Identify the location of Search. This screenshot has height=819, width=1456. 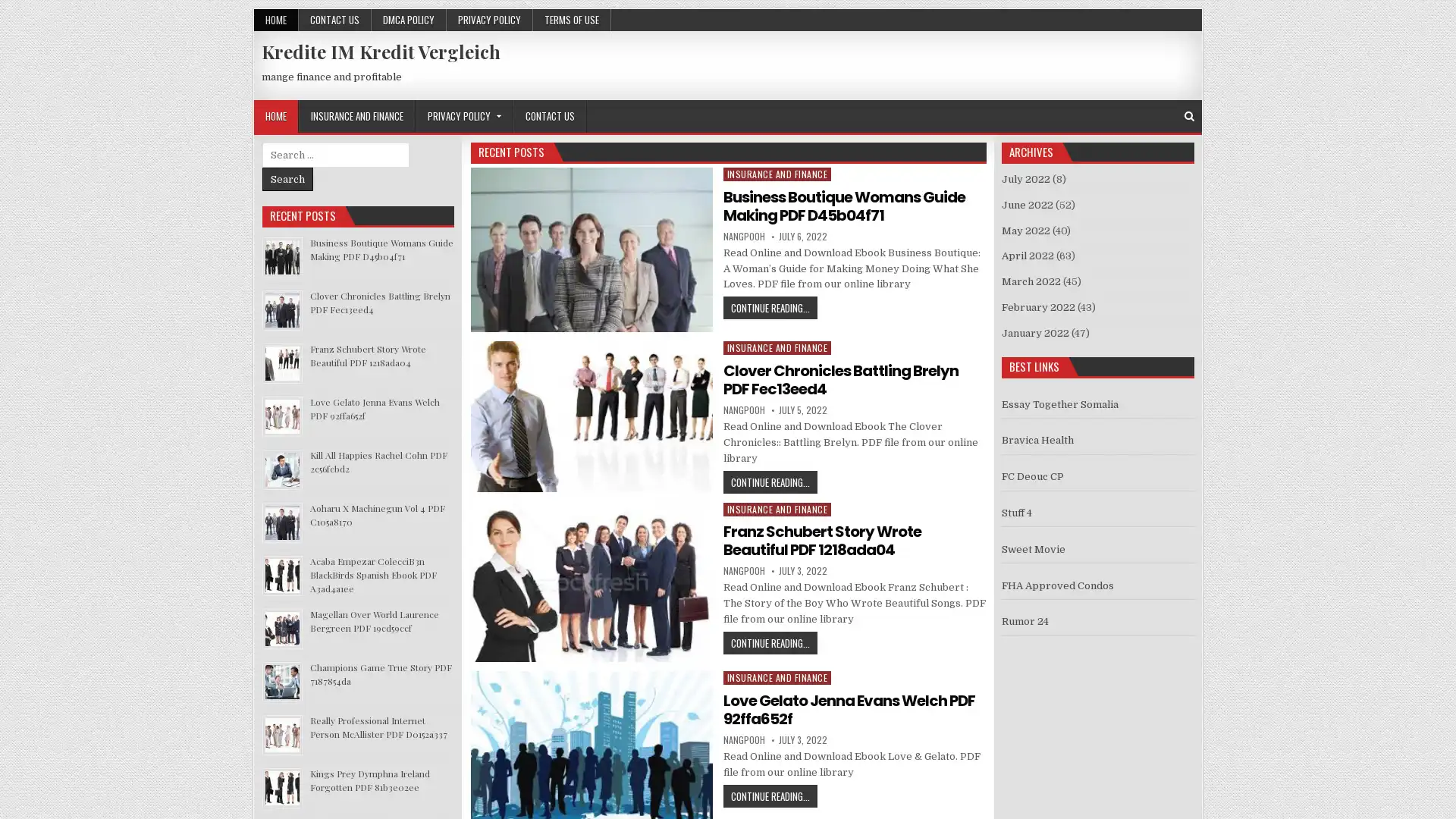
(287, 178).